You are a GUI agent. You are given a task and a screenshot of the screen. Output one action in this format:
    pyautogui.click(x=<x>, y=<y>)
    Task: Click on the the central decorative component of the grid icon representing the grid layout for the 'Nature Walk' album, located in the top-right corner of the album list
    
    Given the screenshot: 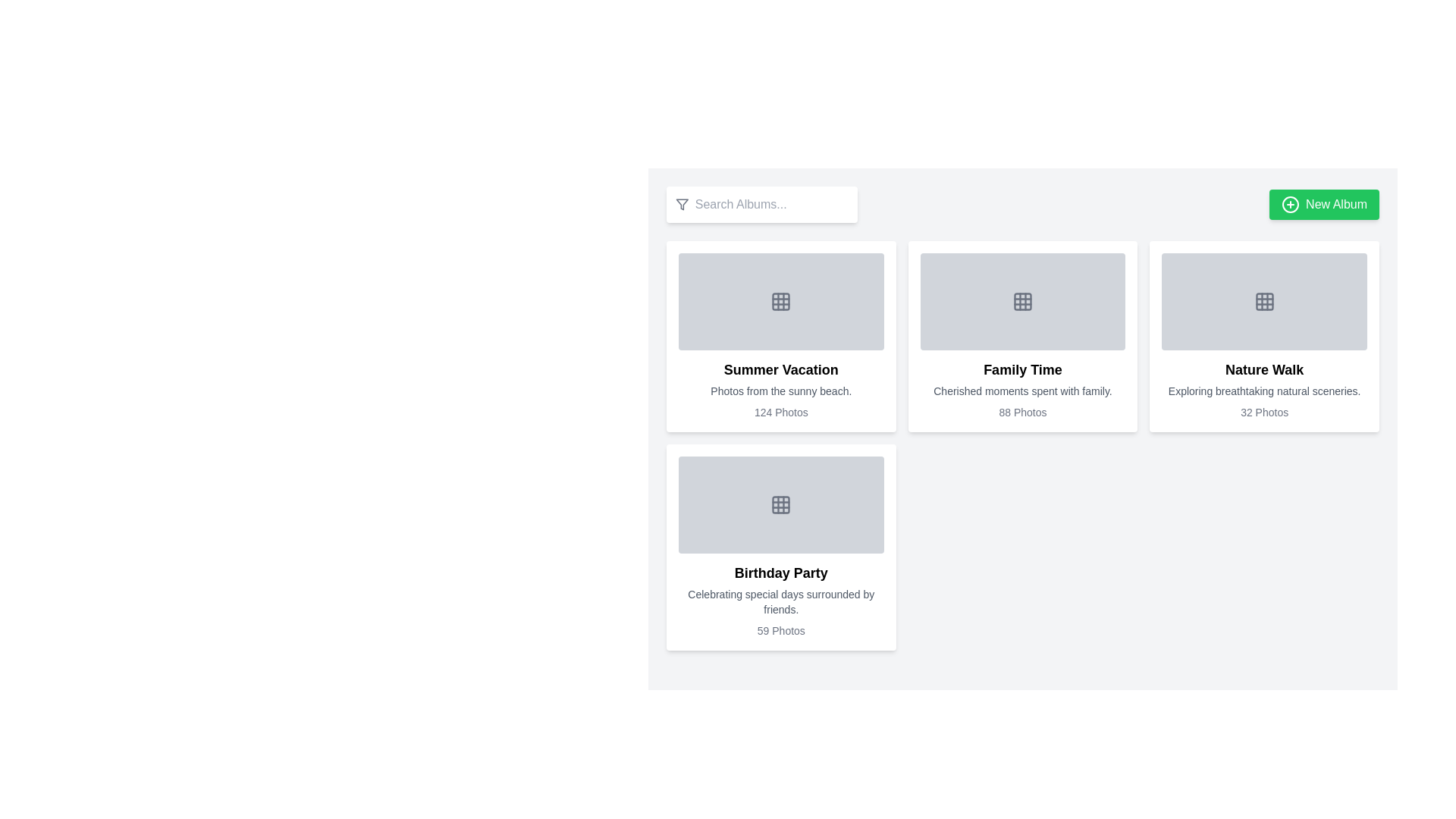 What is the action you would take?
    pyautogui.click(x=1264, y=301)
    